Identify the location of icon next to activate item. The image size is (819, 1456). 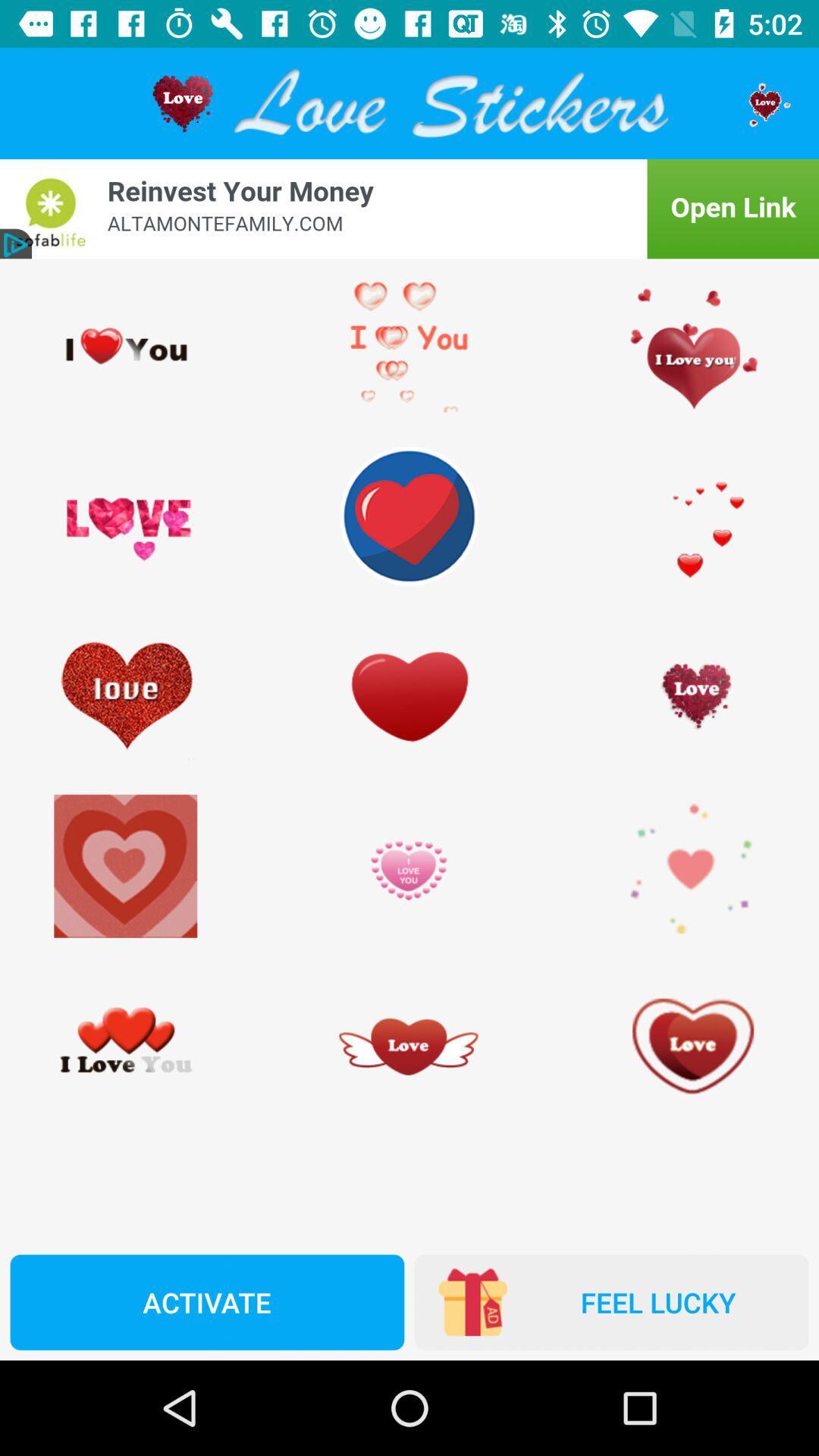
(610, 1301).